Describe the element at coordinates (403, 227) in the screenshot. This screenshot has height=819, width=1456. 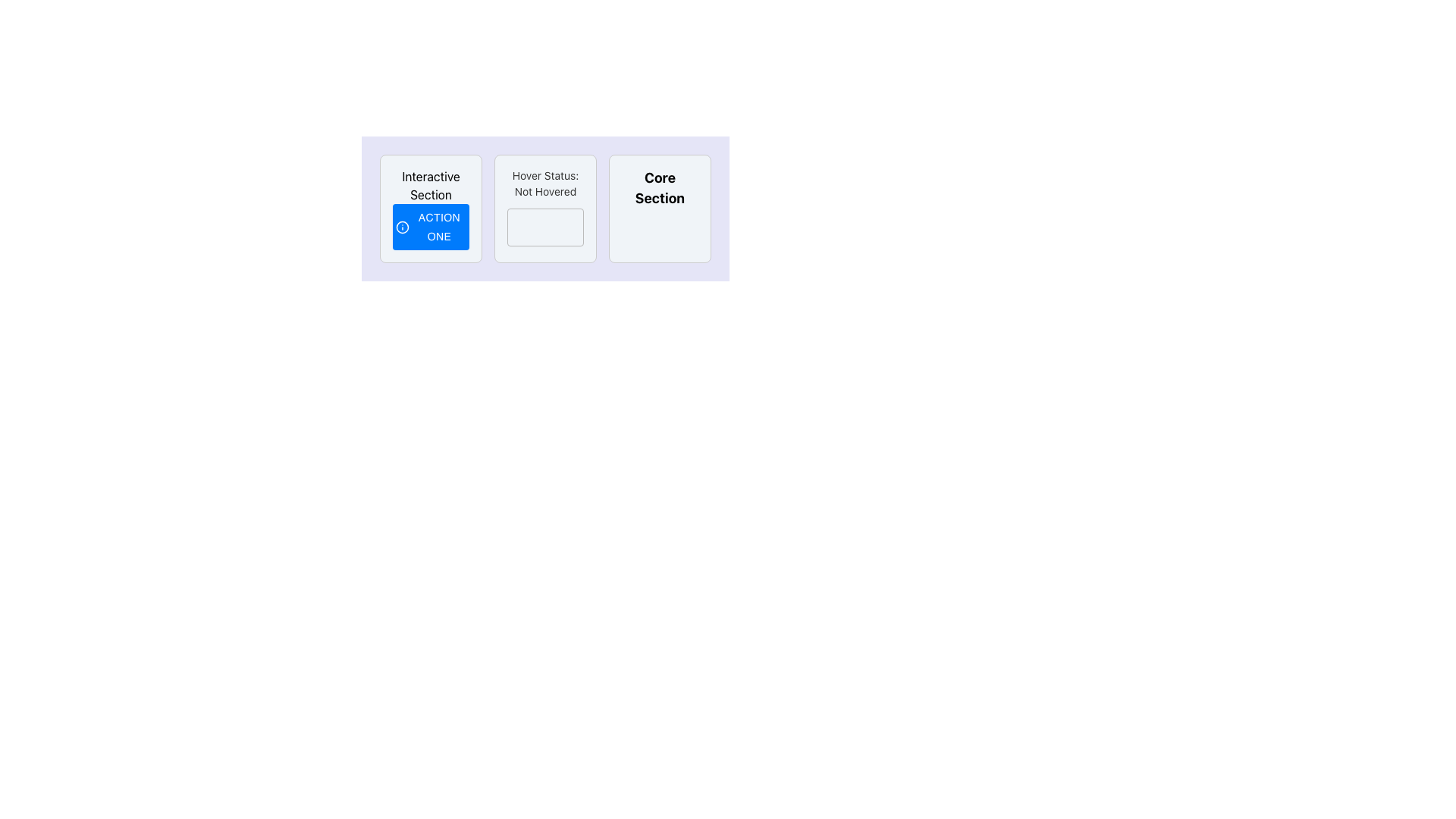
I see `the filled circular SVG Circle Element located within the 'Interactive Section'` at that location.